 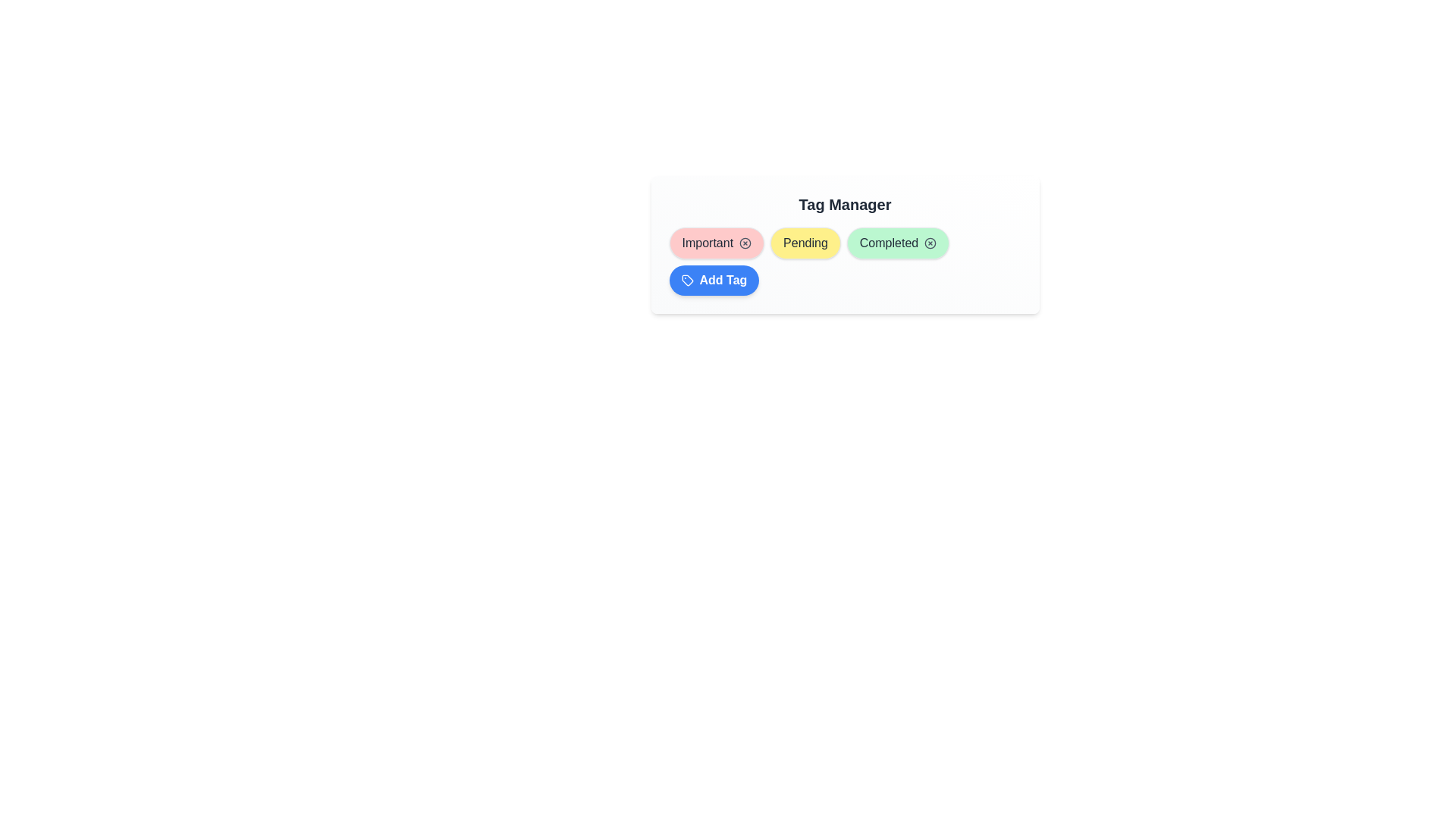 What do you see at coordinates (713, 281) in the screenshot?
I see `the 'Add Tag' button to create a new tag` at bounding box center [713, 281].